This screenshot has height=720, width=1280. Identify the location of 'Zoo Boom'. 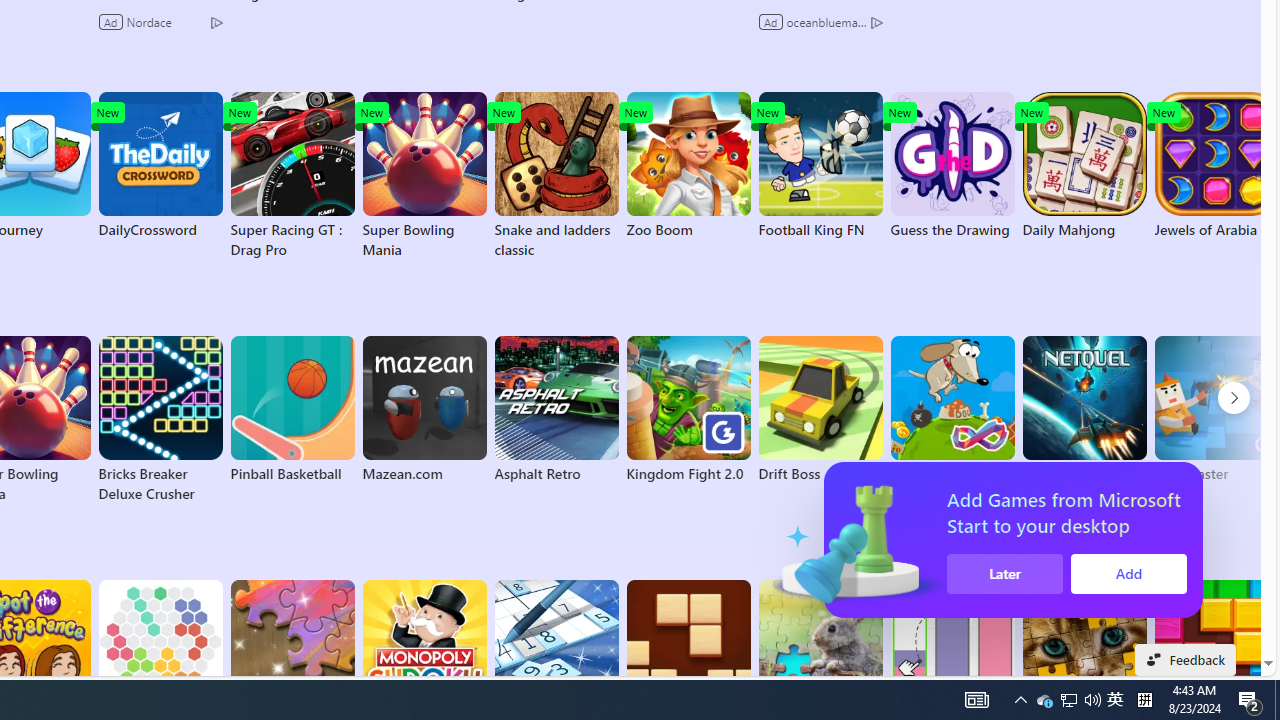
(688, 164).